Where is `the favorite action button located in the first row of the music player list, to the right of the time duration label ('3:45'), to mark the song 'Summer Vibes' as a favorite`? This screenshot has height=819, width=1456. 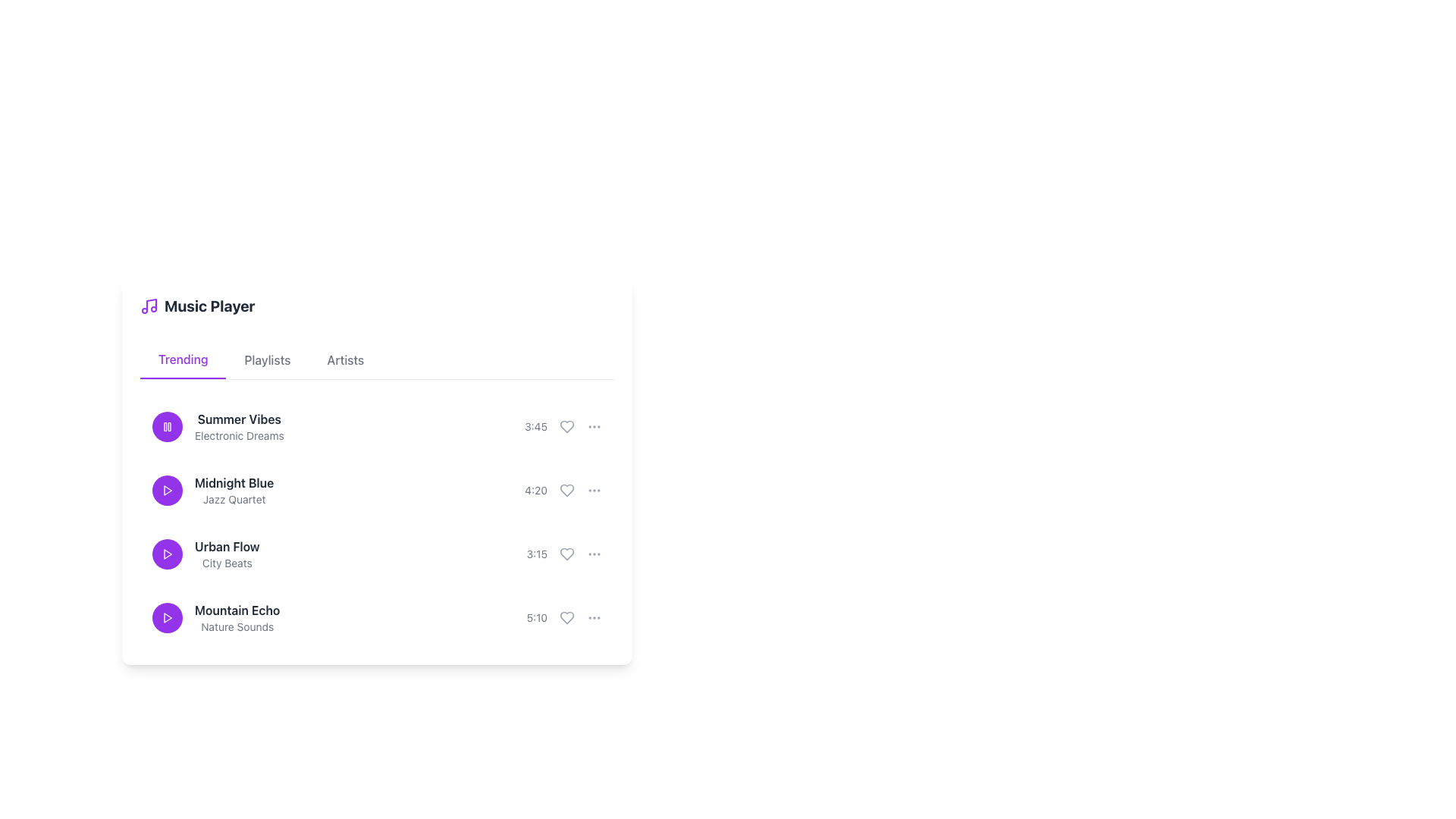
the favorite action button located in the first row of the music player list, to the right of the time duration label ('3:45'), to mark the song 'Summer Vibes' as a favorite is located at coordinates (566, 427).